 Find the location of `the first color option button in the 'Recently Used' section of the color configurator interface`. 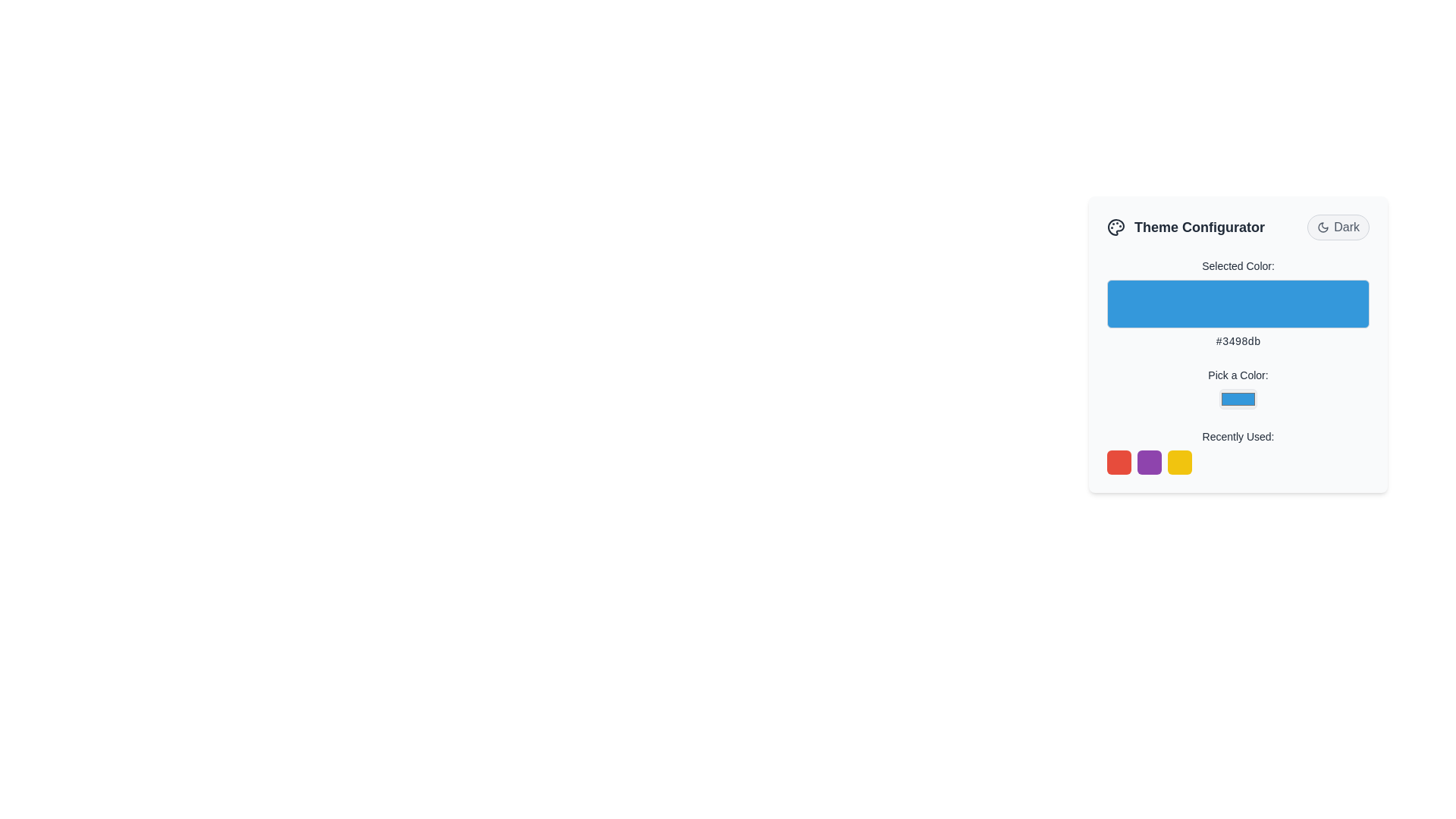

the first color option button in the 'Recently Used' section of the color configurator interface is located at coordinates (1119, 461).